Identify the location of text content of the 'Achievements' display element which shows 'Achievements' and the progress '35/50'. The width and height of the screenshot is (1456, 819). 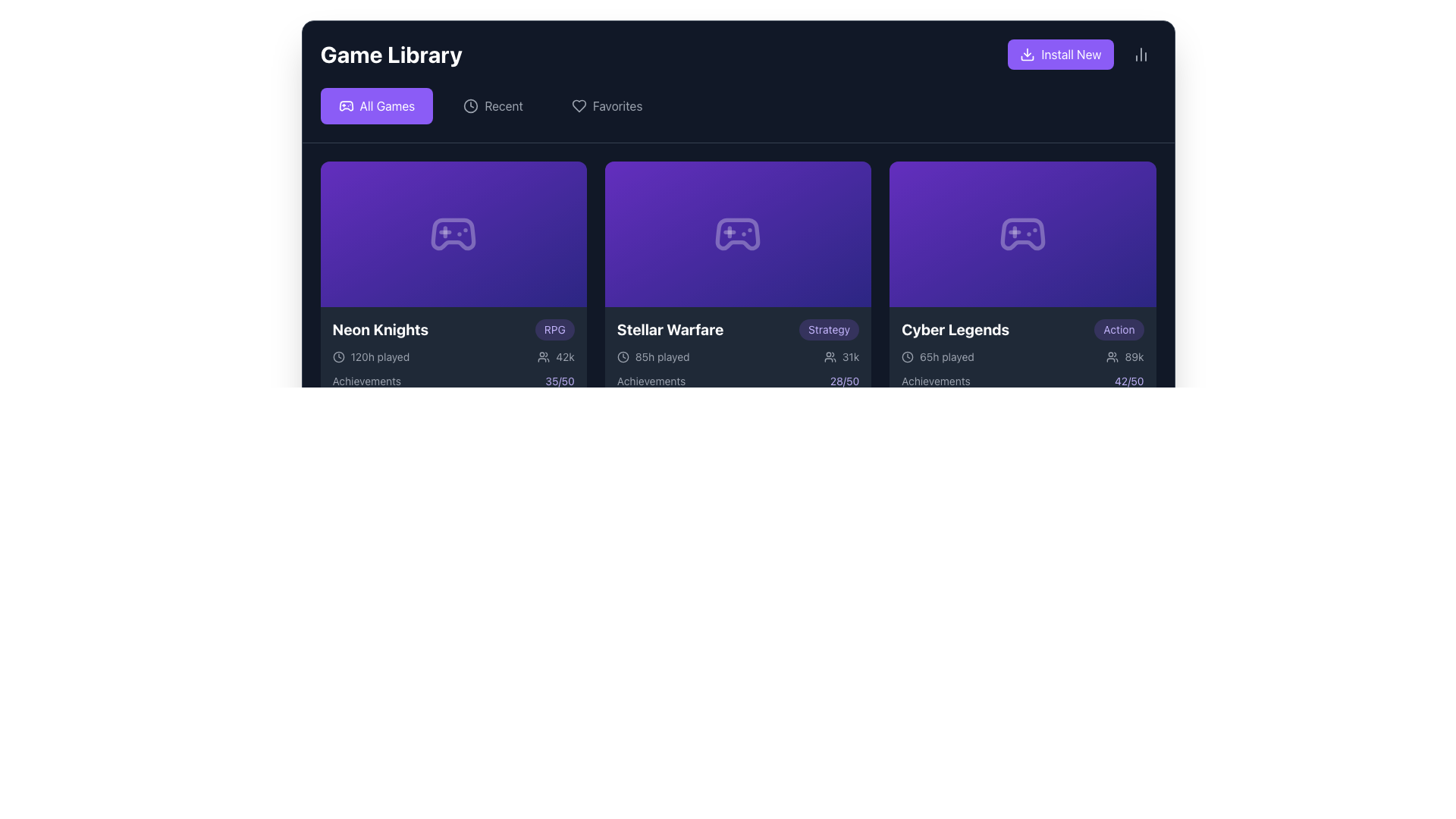
(453, 380).